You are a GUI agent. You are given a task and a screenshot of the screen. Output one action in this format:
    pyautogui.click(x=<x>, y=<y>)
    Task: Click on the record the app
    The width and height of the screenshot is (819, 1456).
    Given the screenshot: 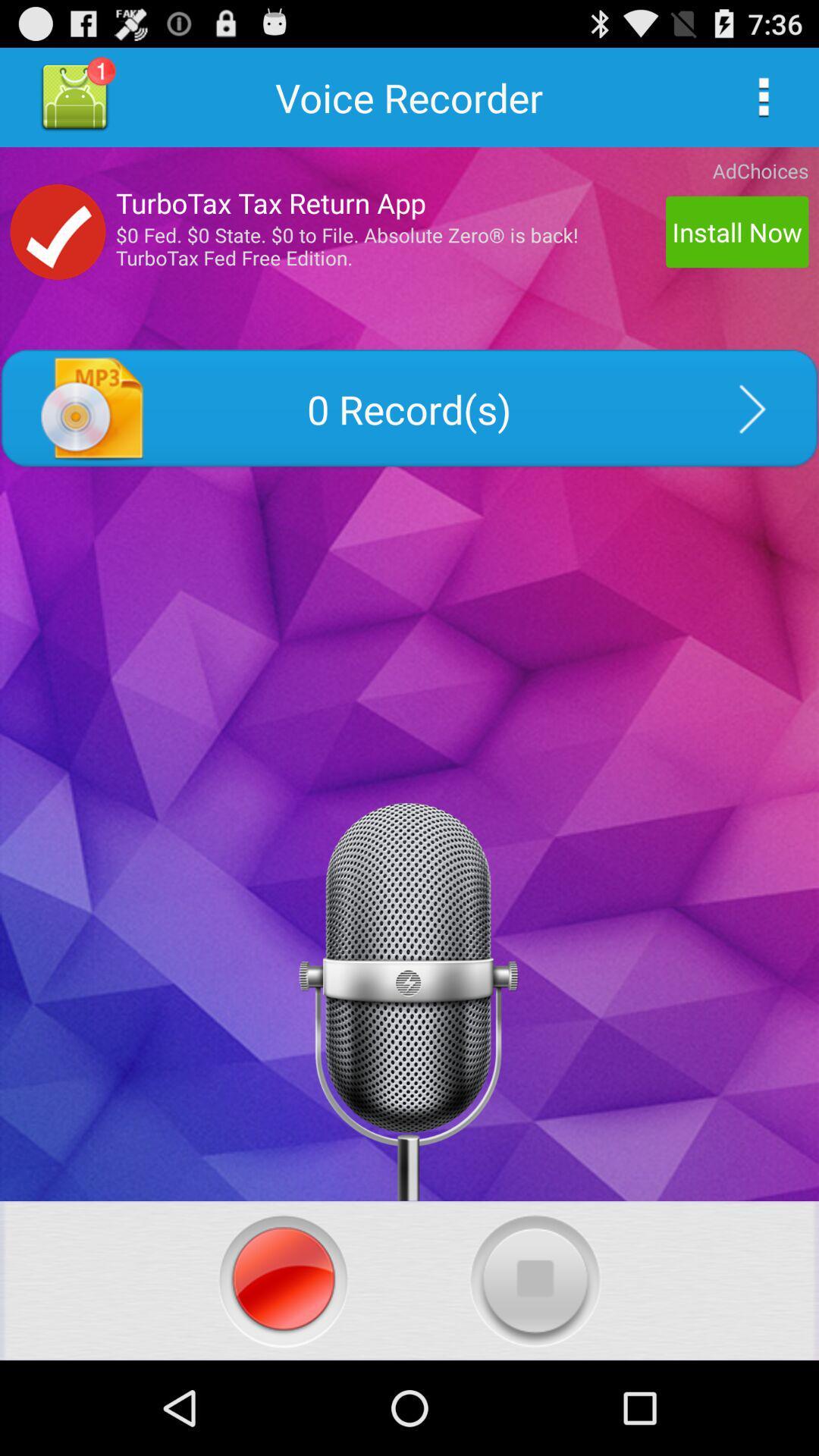 What is the action you would take?
    pyautogui.click(x=283, y=1280)
    